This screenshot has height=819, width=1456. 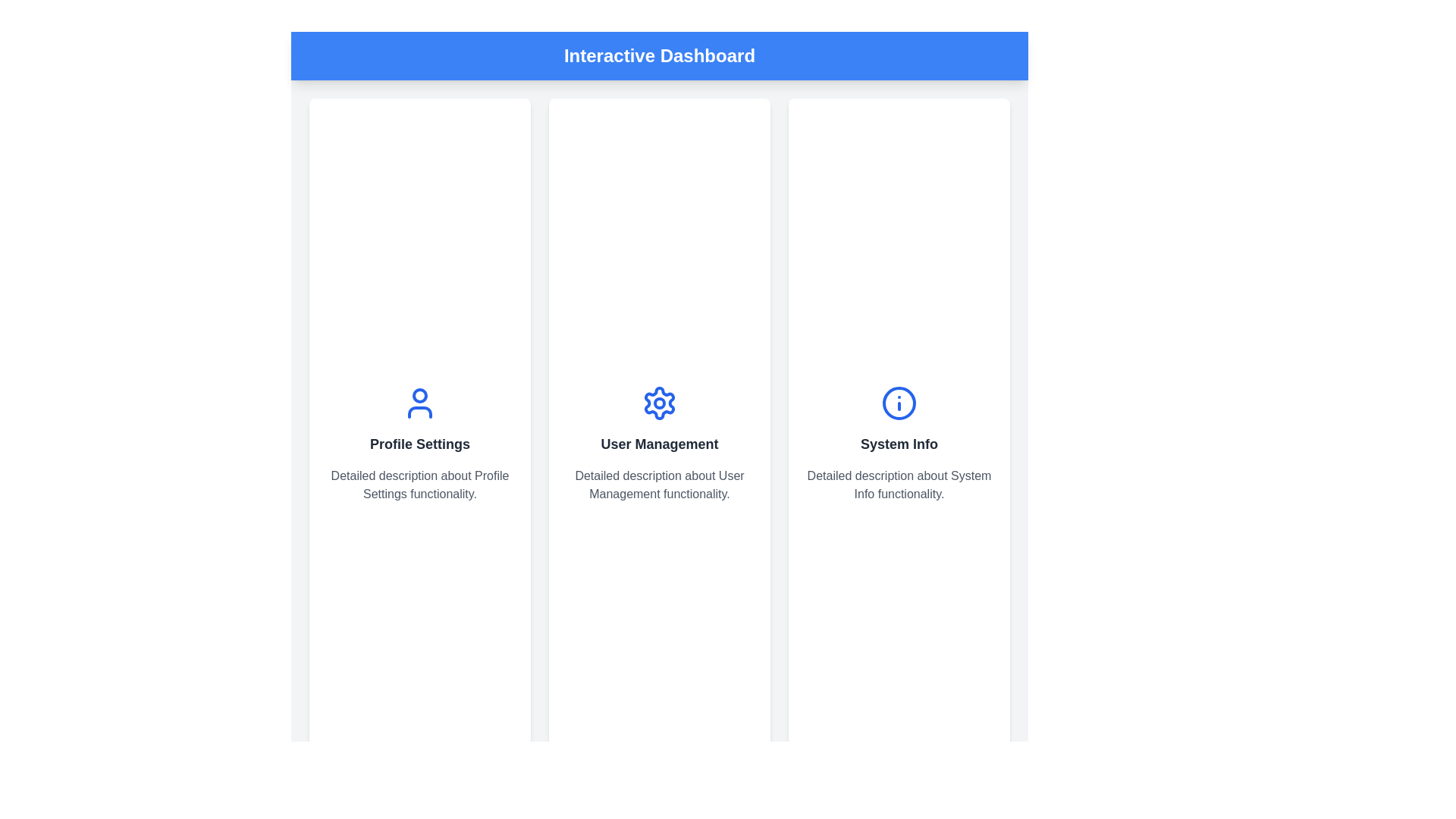 I want to click on the blue circular outline SVG element that is centered within the 'System Info' card, so click(x=899, y=403).